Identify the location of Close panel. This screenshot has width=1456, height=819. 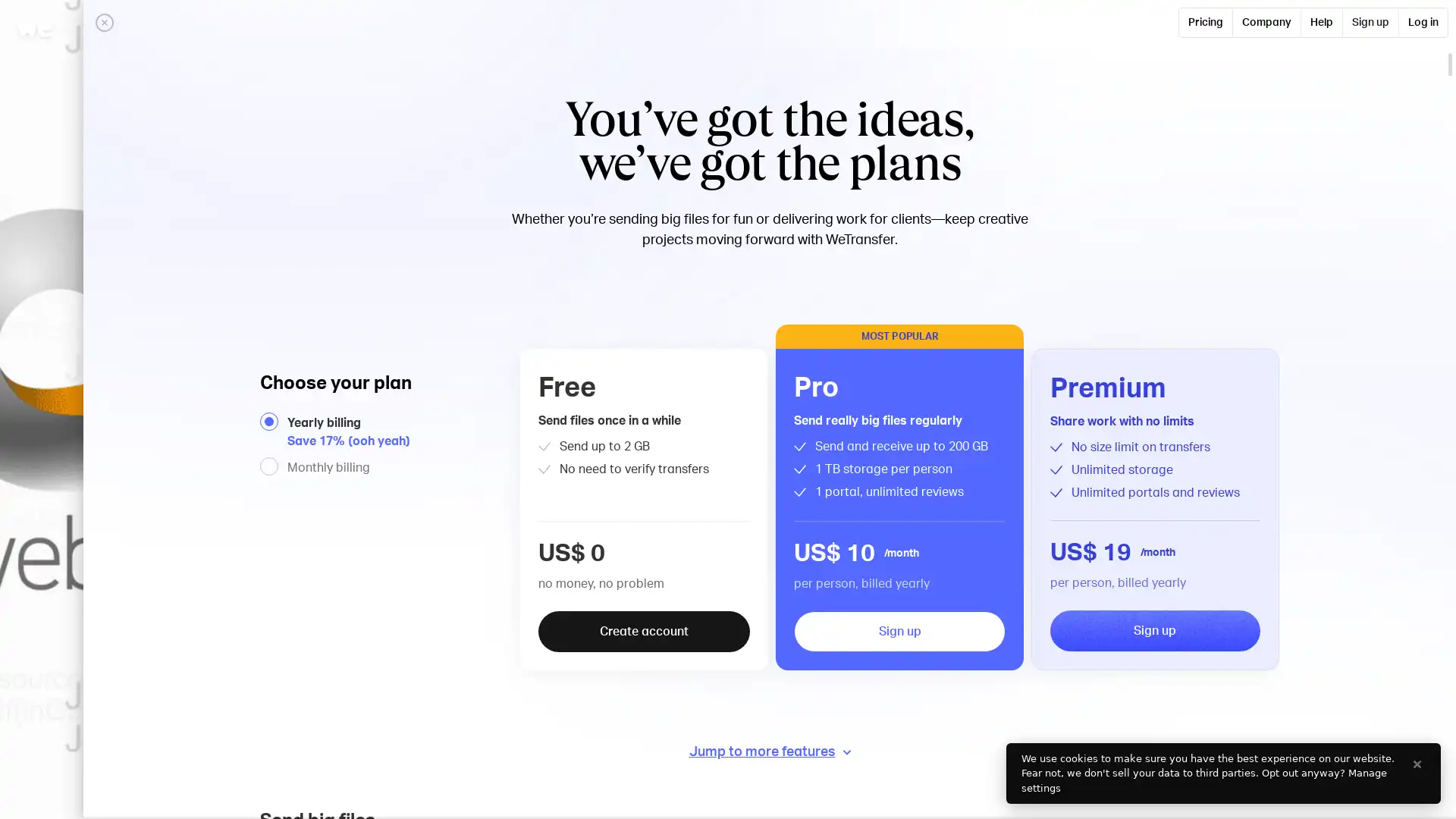
(104, 22).